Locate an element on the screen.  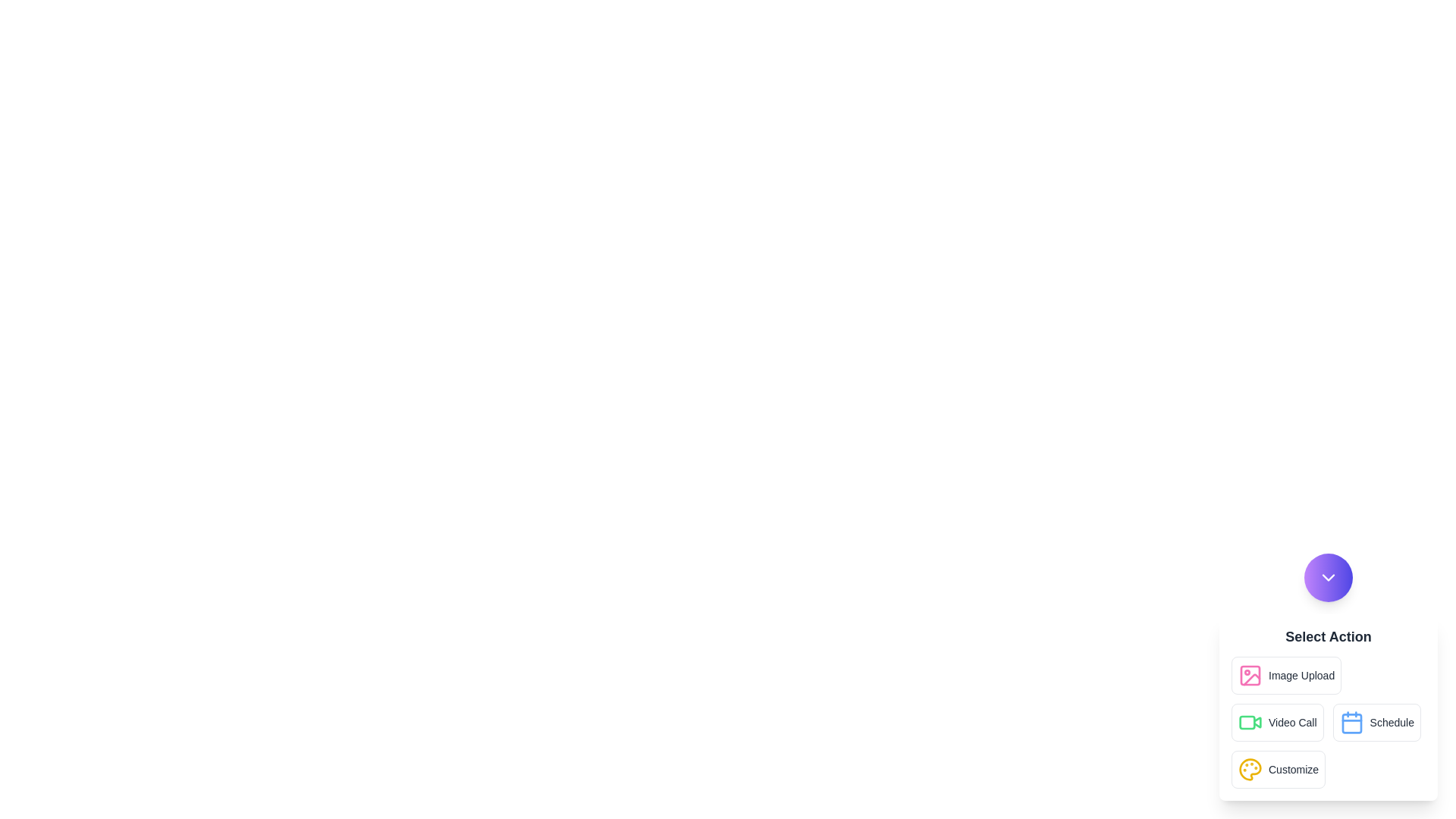
the 'Image Upload' icon, which is part of a rectangular button located at the top left of the action buttons panel is located at coordinates (1250, 675).